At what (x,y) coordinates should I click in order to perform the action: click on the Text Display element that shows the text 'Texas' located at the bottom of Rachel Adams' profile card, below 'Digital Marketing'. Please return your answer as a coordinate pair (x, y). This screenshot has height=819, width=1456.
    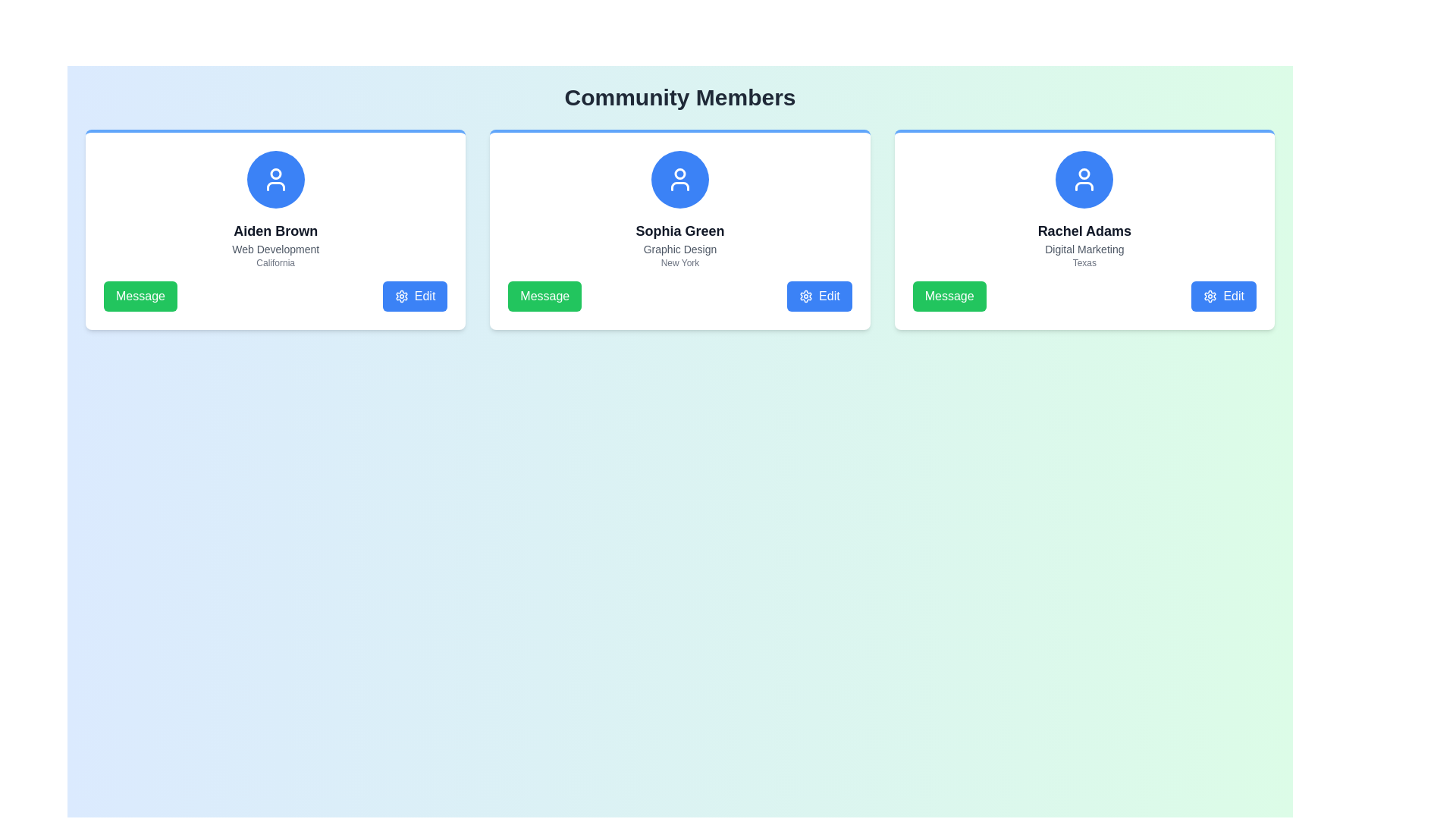
    Looking at the image, I should click on (1084, 262).